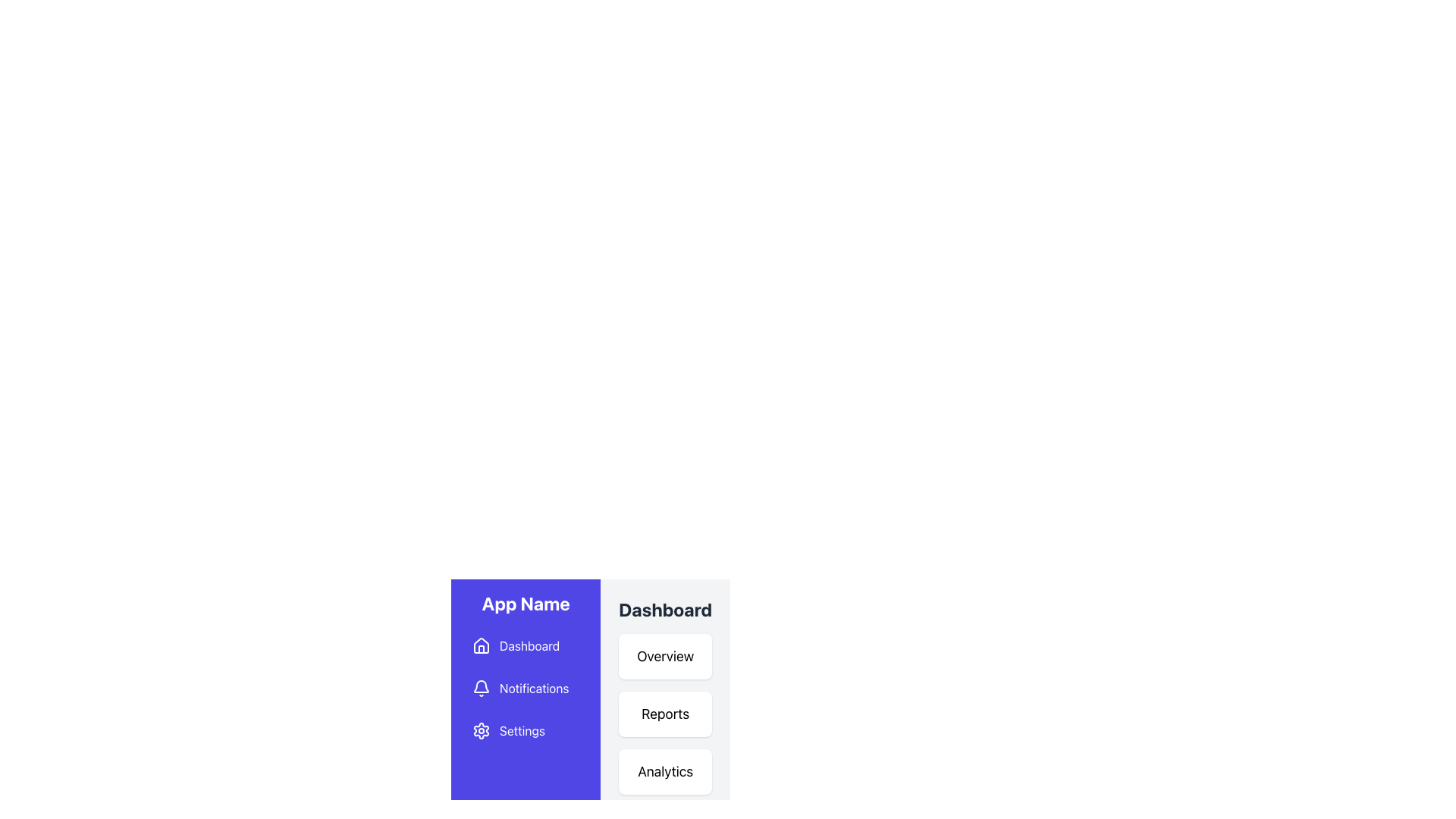 Image resolution: width=1456 pixels, height=819 pixels. Describe the element at coordinates (526, 730) in the screenshot. I see `the settings navigation link, which is the third option in the vertical navigation list, positioned between 'Notifications' and the bottom of the navigation menu` at that location.